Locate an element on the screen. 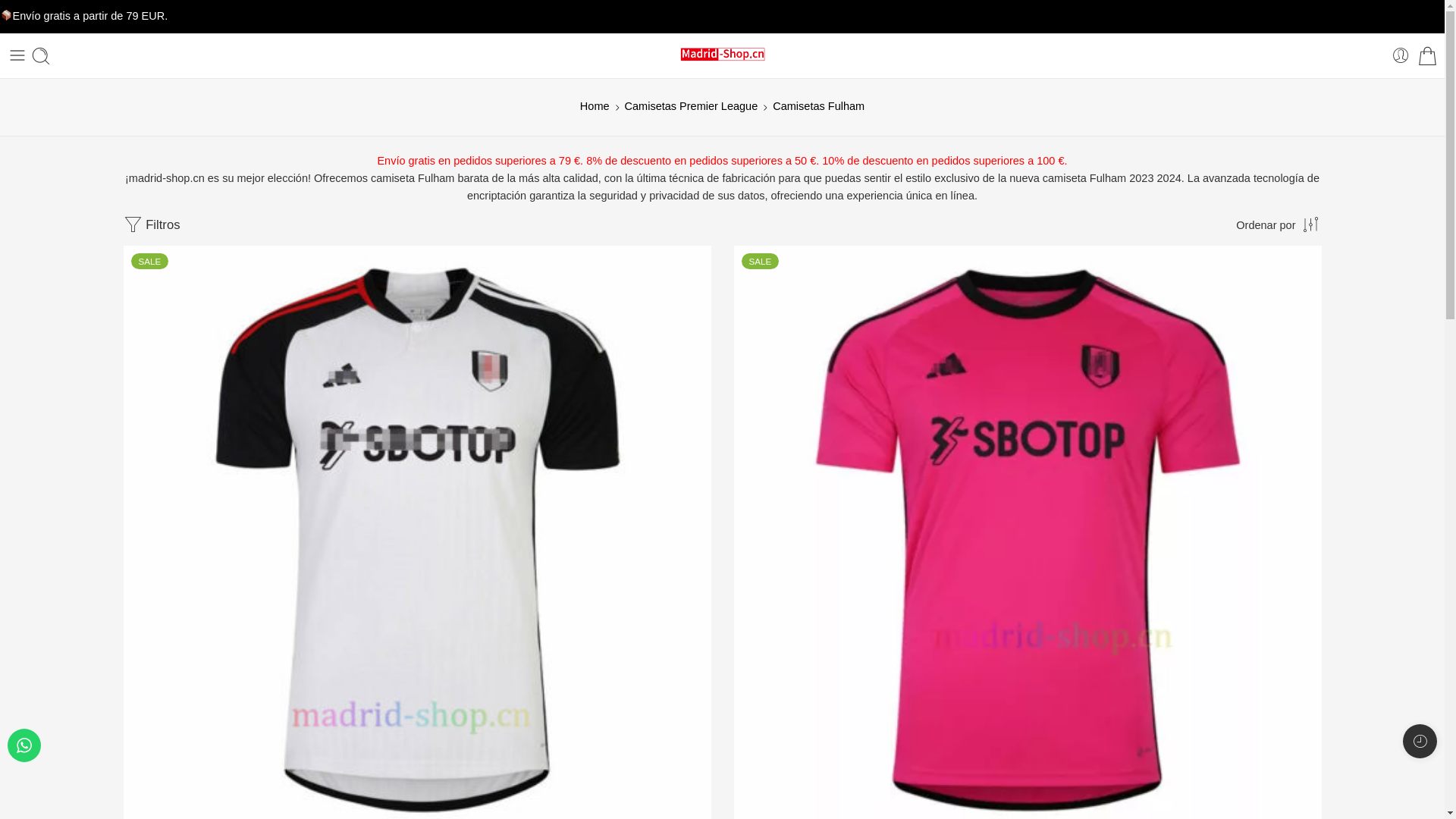 The width and height of the screenshot is (1456, 819). 'WhatsApp' is located at coordinates (24, 745).